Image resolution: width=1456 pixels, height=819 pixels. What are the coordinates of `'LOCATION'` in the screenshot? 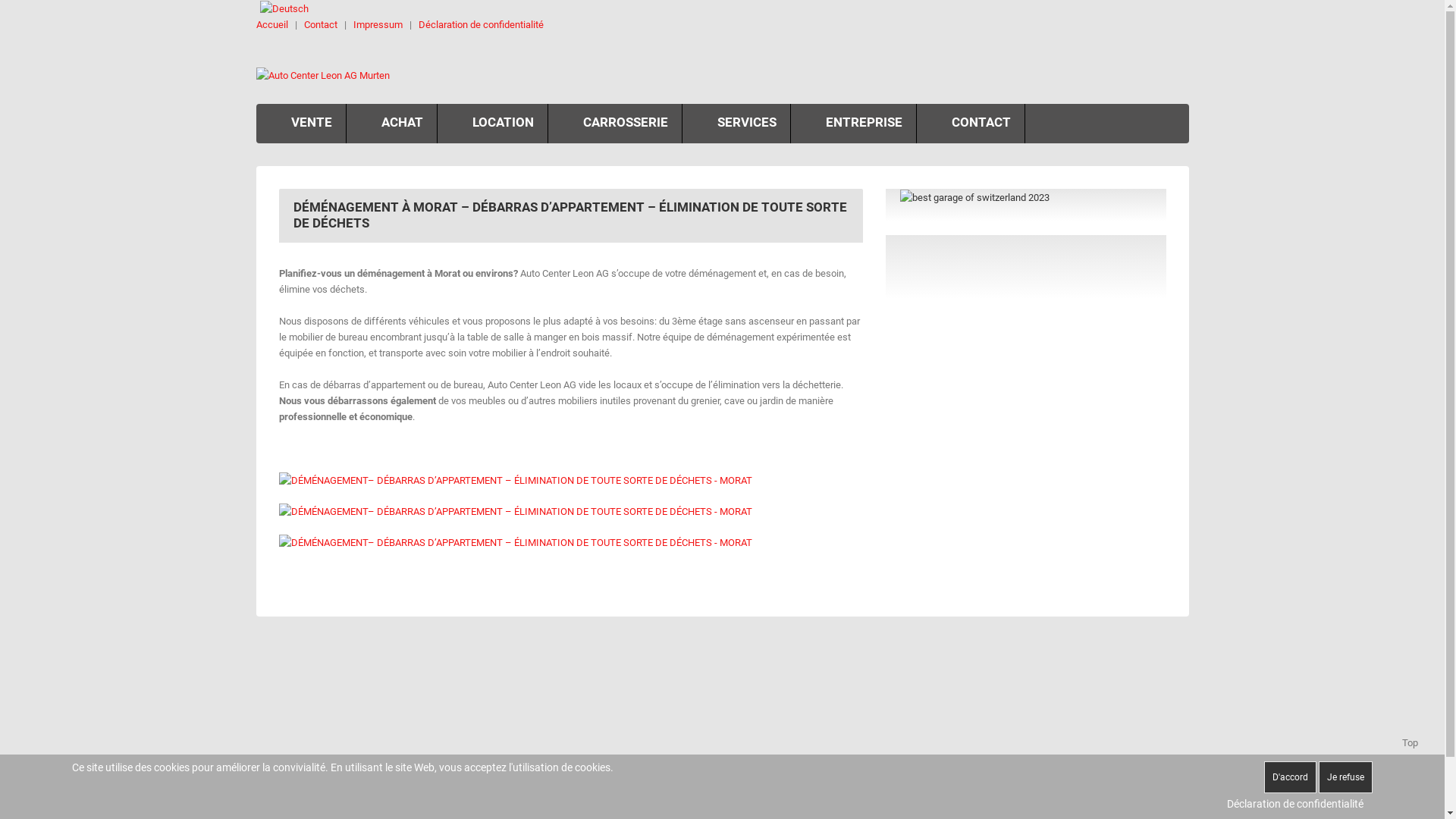 It's located at (491, 122).